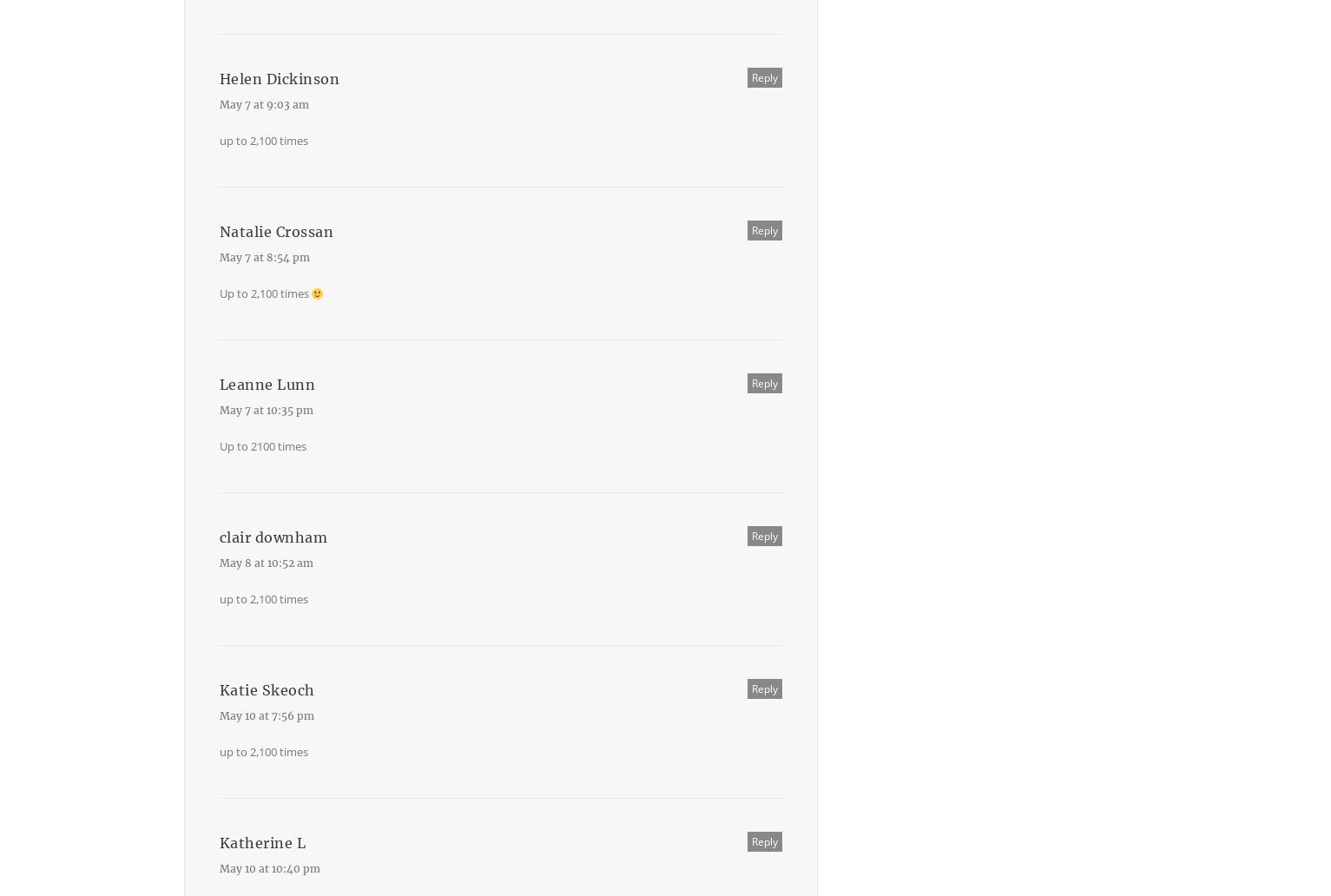  What do you see at coordinates (267, 384) in the screenshot?
I see `'Leanne Lunn'` at bounding box center [267, 384].